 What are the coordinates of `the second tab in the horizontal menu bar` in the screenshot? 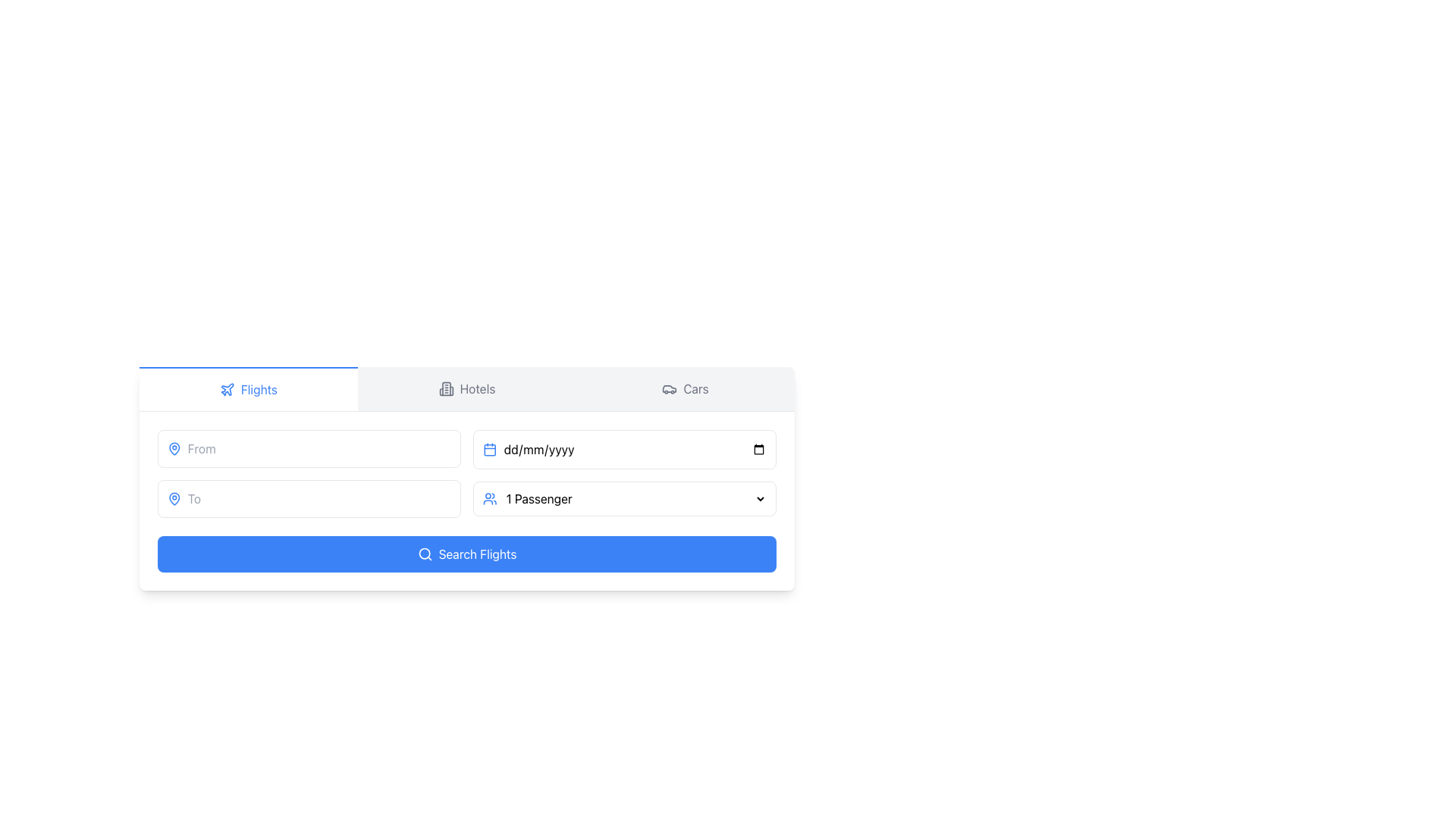 It's located at (466, 388).